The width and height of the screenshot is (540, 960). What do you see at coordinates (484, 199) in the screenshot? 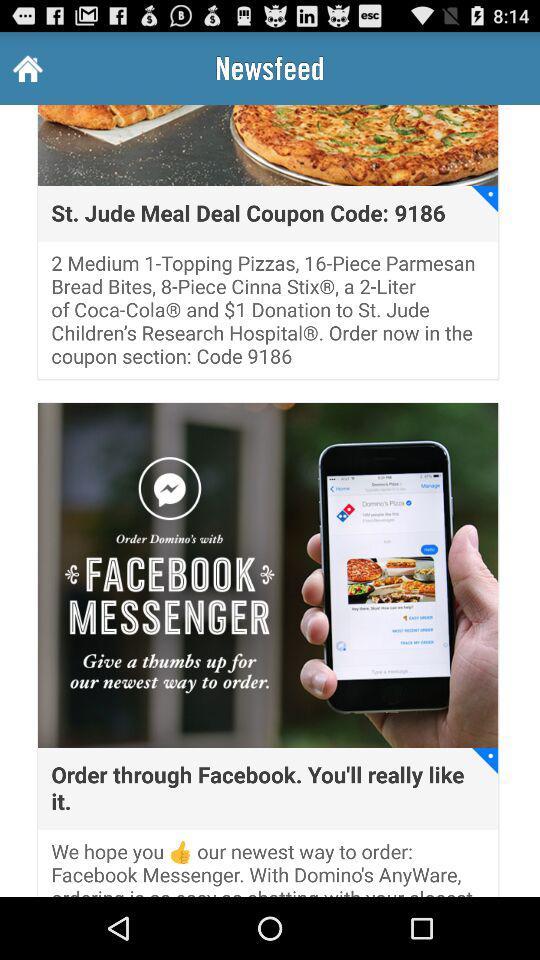
I see `the item to the right of the st jude meal app` at bounding box center [484, 199].